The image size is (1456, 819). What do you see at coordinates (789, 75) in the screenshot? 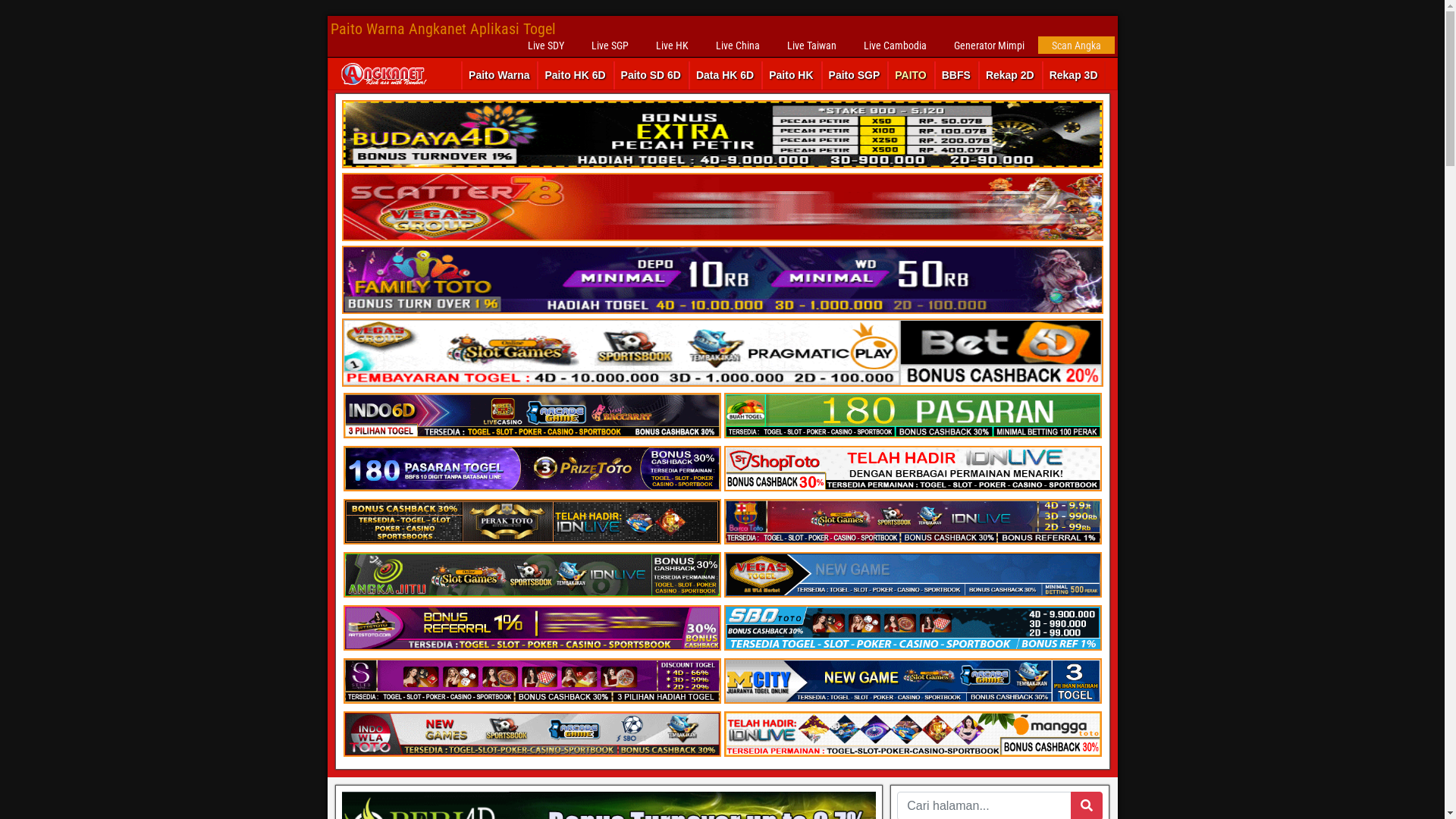
I see `'Paito HK'` at bounding box center [789, 75].